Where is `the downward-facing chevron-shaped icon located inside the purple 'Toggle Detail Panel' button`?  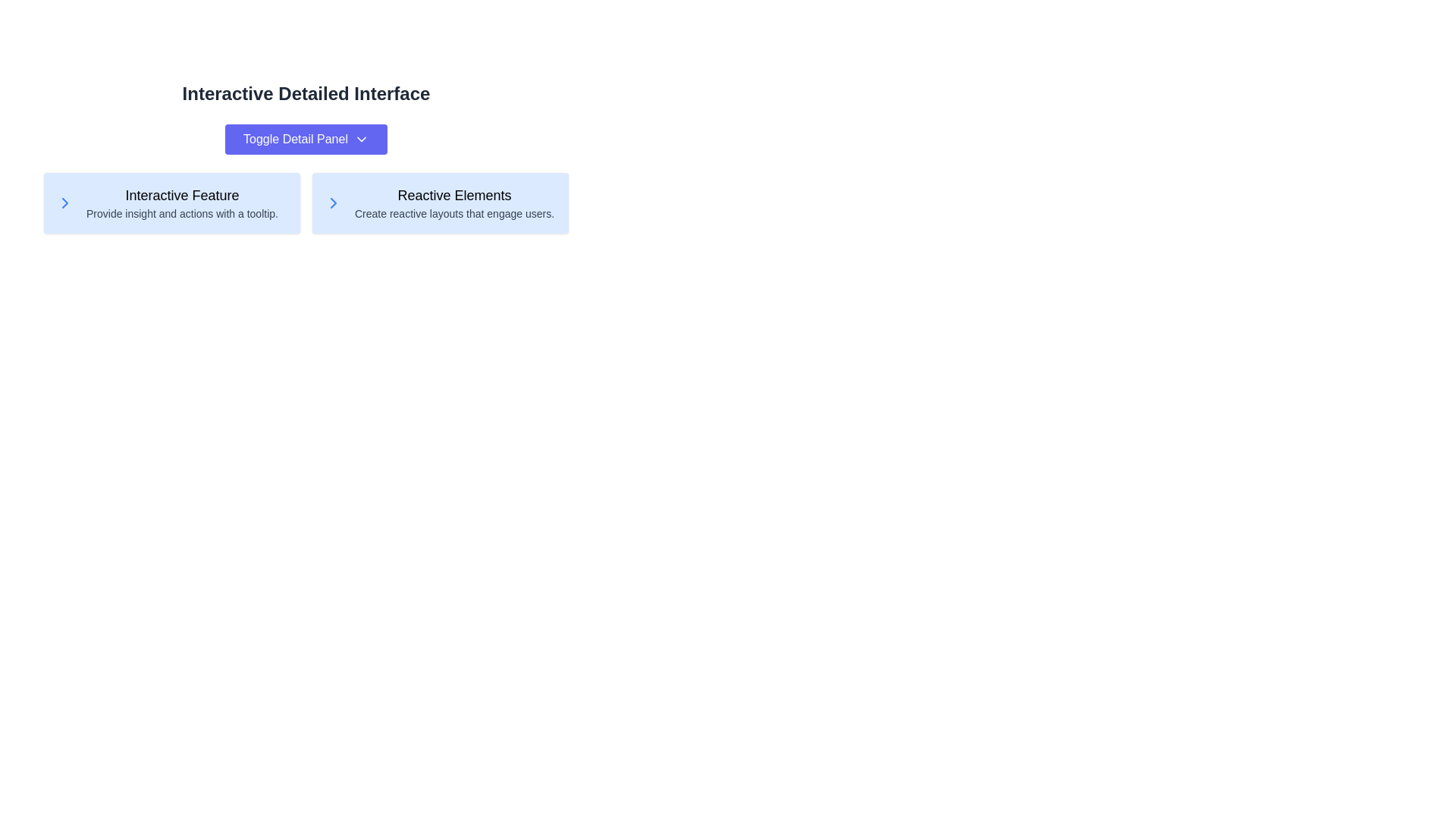
the downward-facing chevron-shaped icon located inside the purple 'Toggle Detail Panel' button is located at coordinates (360, 140).